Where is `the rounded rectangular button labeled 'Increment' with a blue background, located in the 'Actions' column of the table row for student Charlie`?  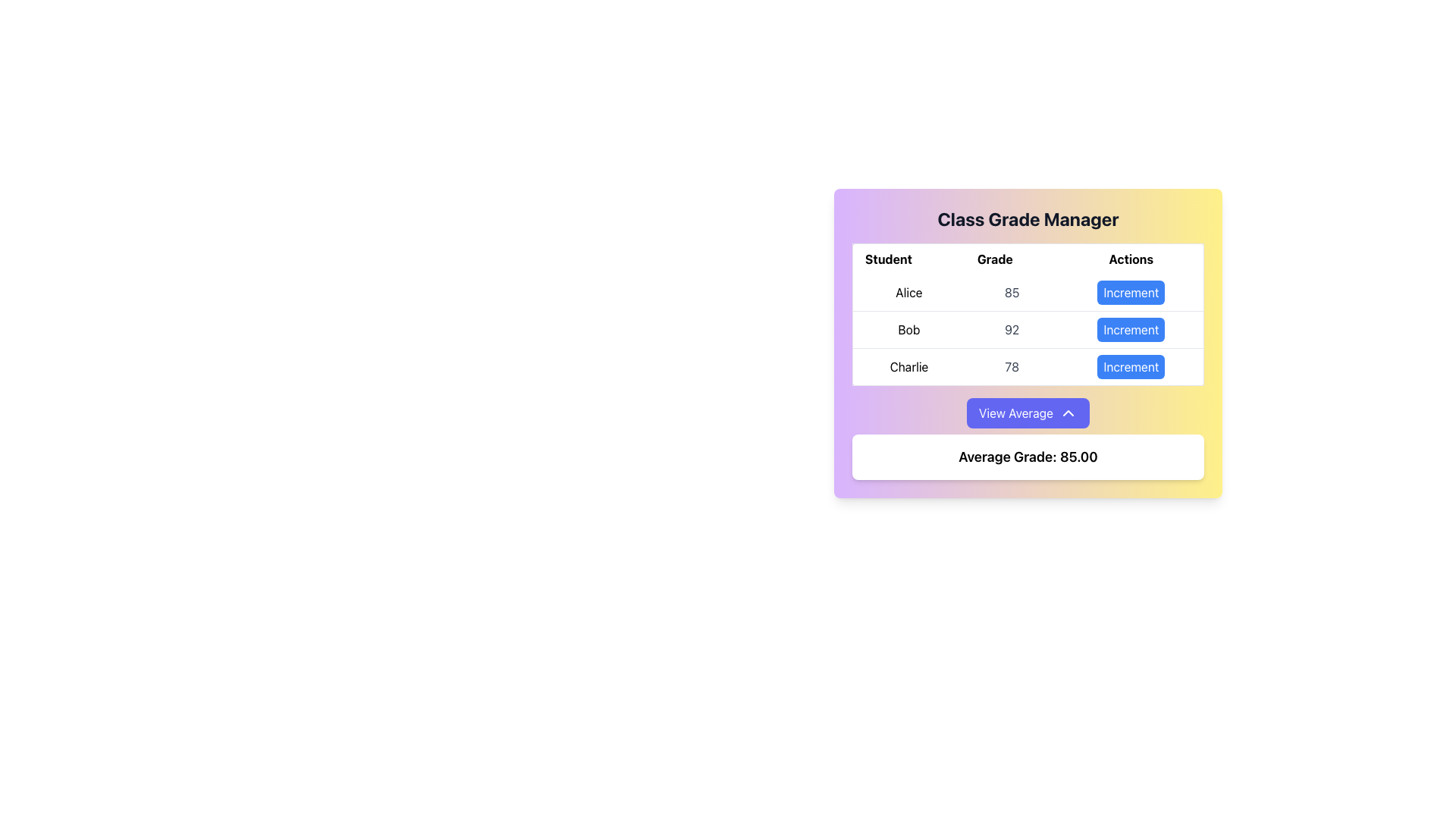 the rounded rectangular button labeled 'Increment' with a blue background, located in the 'Actions' column of the table row for student Charlie is located at coordinates (1131, 366).